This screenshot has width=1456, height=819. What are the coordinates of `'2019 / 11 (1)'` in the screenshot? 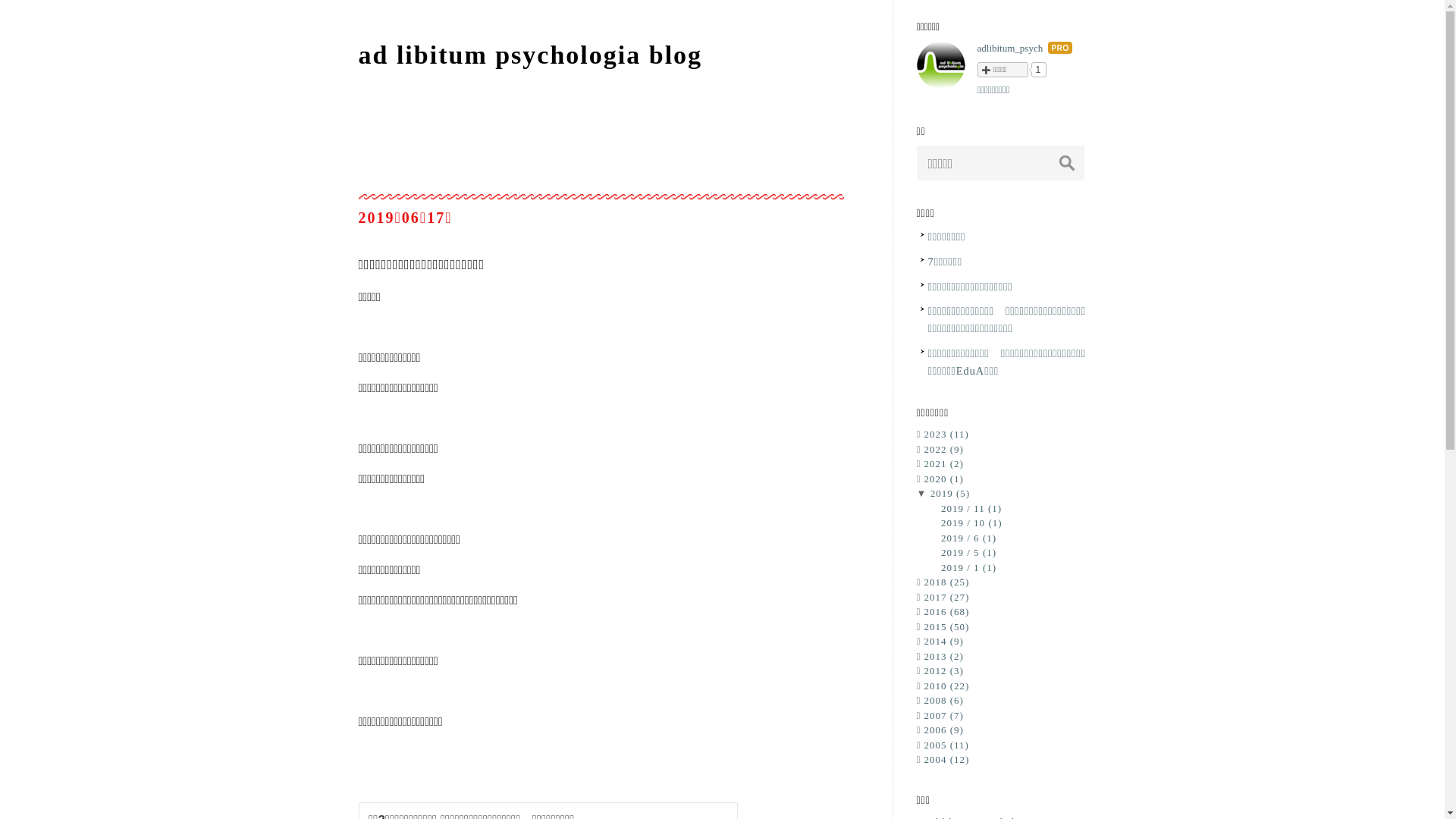 It's located at (971, 508).